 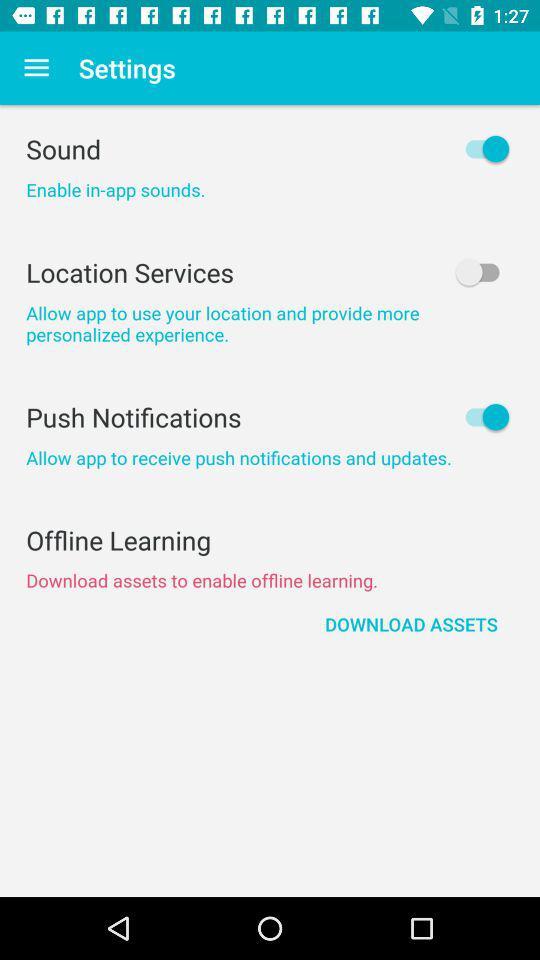 What do you see at coordinates (36, 68) in the screenshot?
I see `the item above sound` at bounding box center [36, 68].